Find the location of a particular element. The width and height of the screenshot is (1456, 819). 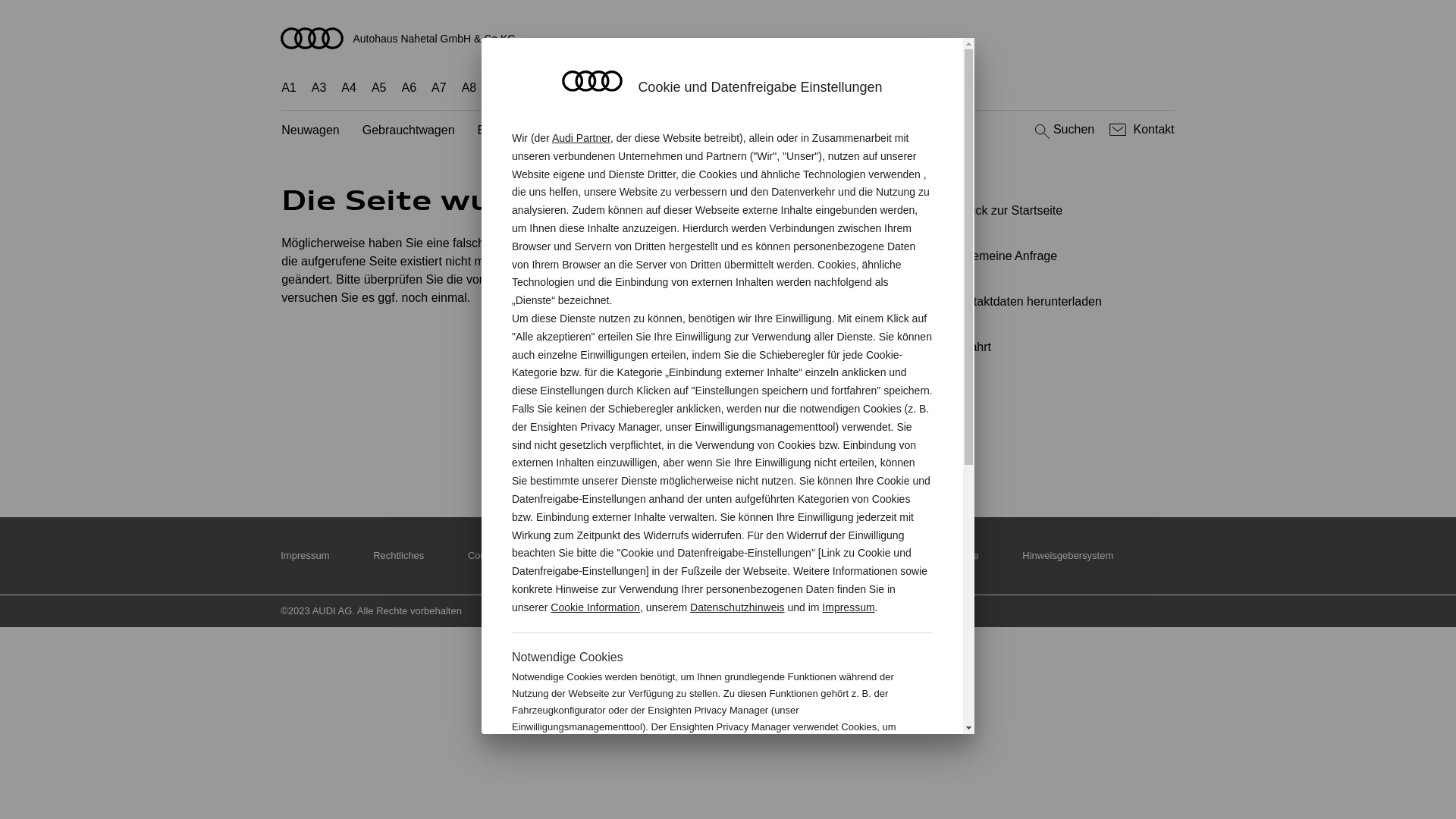

'Neuwagen' is located at coordinates (309, 130).